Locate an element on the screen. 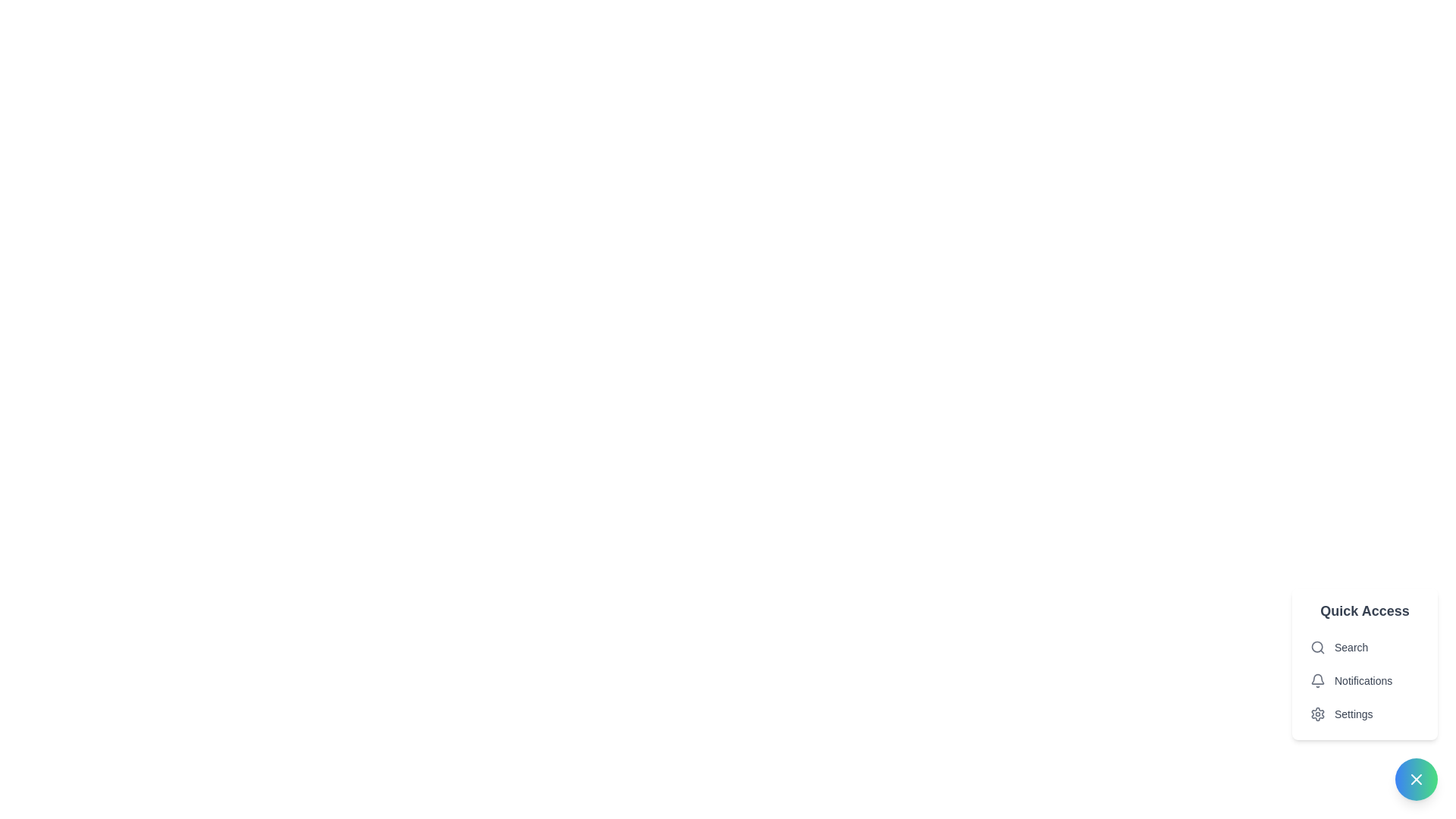 This screenshot has height=819, width=1456. the minimalist gray outline gear icon located to the left of the 'Settings' option is located at coordinates (1316, 714).